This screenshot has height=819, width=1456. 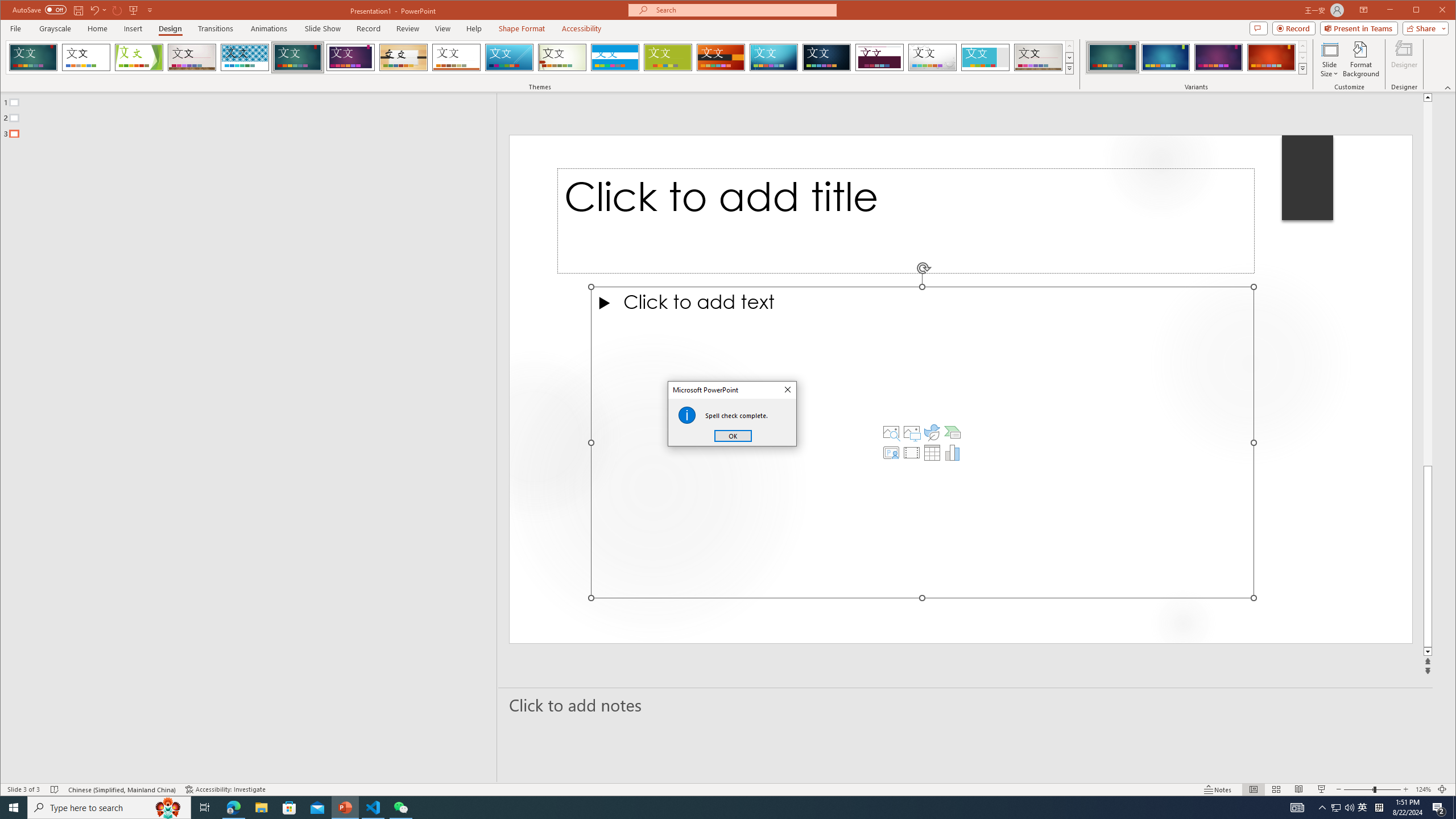 I want to click on 'WeChat - 1 running window', so click(x=401, y=806).